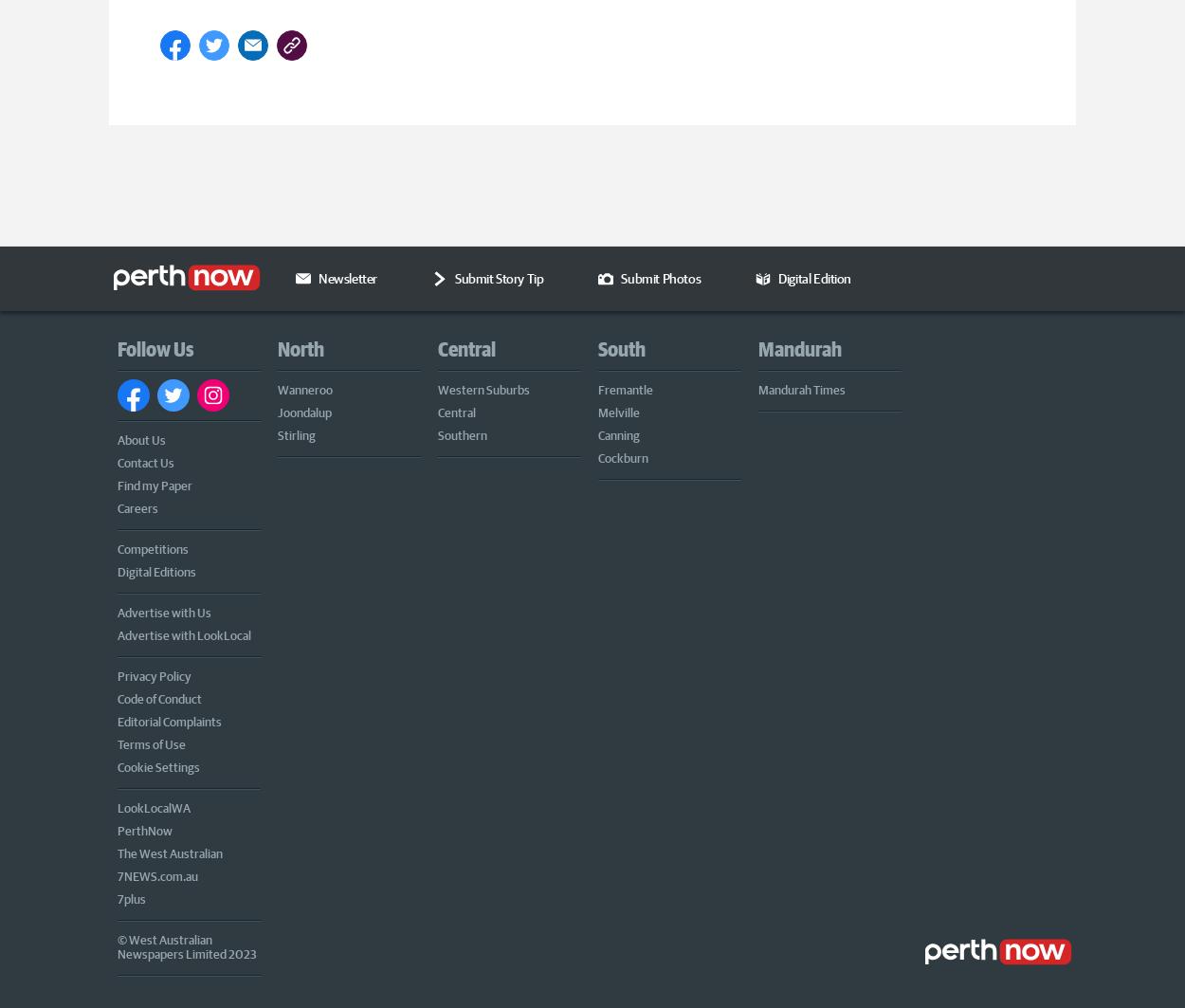 Image resolution: width=1185 pixels, height=1008 pixels. I want to click on 'Careers', so click(137, 505).